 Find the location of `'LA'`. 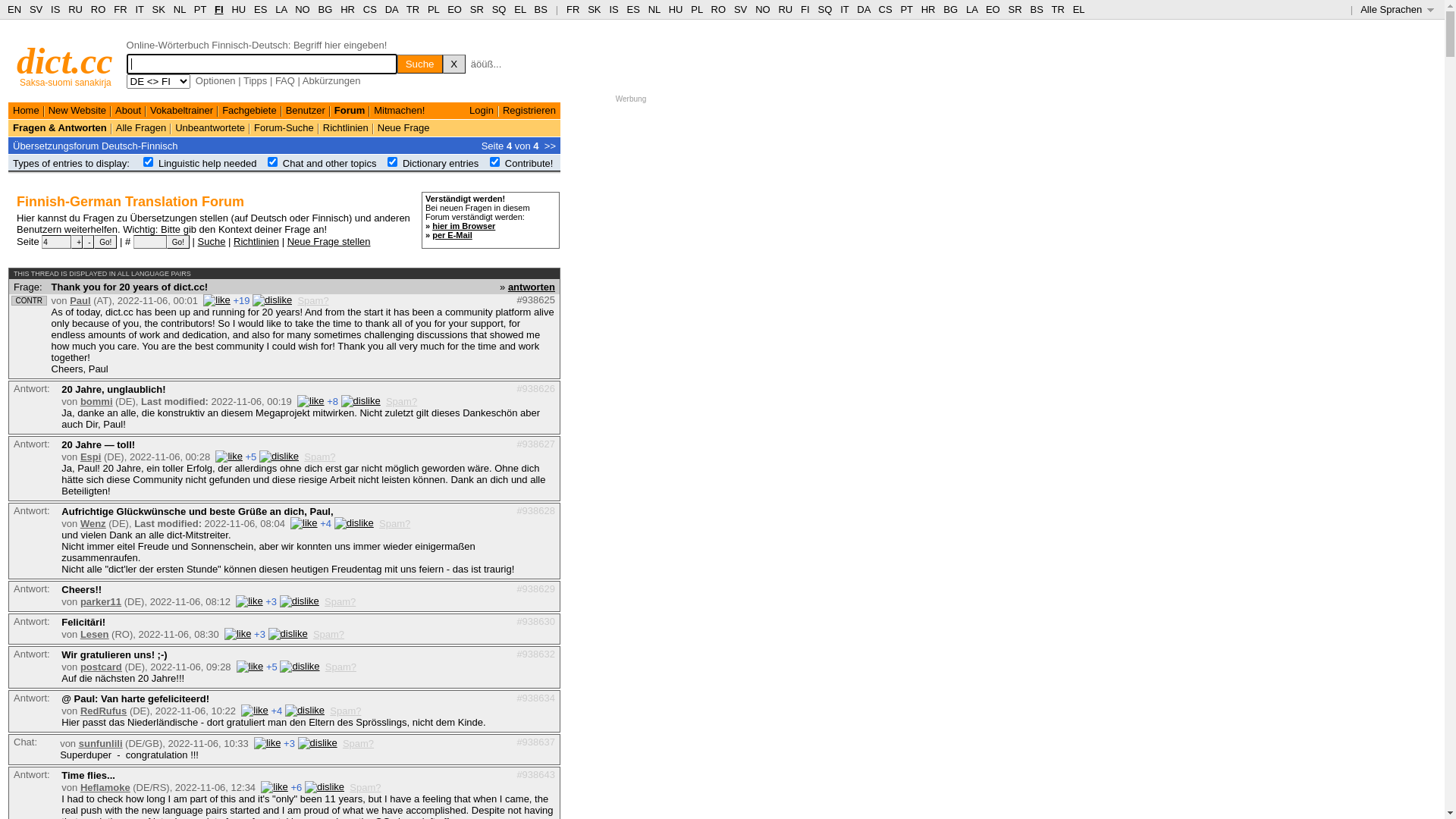

'LA' is located at coordinates (971, 9).